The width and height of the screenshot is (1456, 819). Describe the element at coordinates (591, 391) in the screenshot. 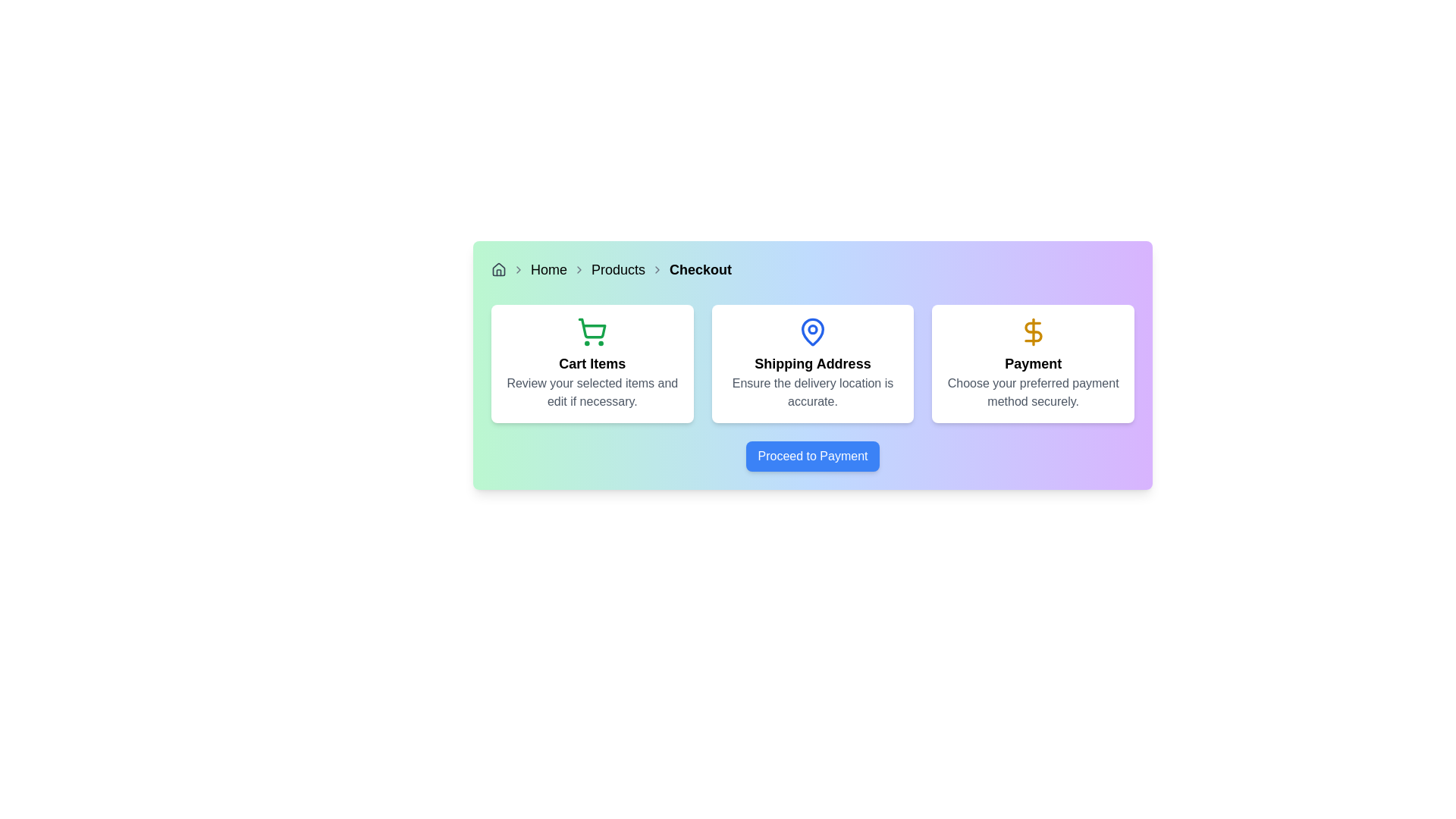

I see `the informational text label that provides instructions related to the 'Cart Items' section, located below the title 'Cart Items' and adjacent to a green shopping cart icon within the first card` at that location.